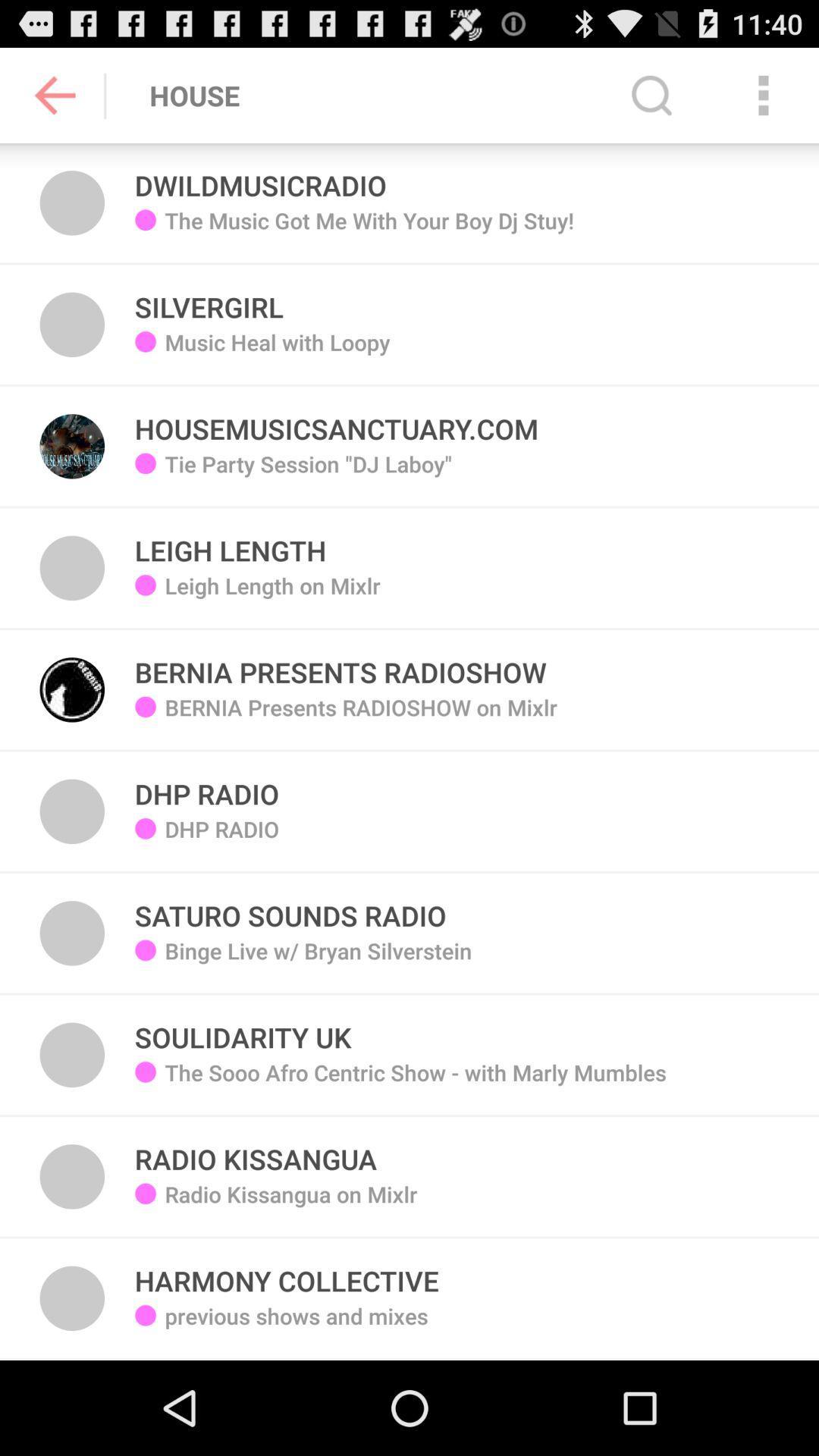 This screenshot has width=819, height=1456. What do you see at coordinates (651, 94) in the screenshot?
I see `item next to dwildmusicradio item` at bounding box center [651, 94].